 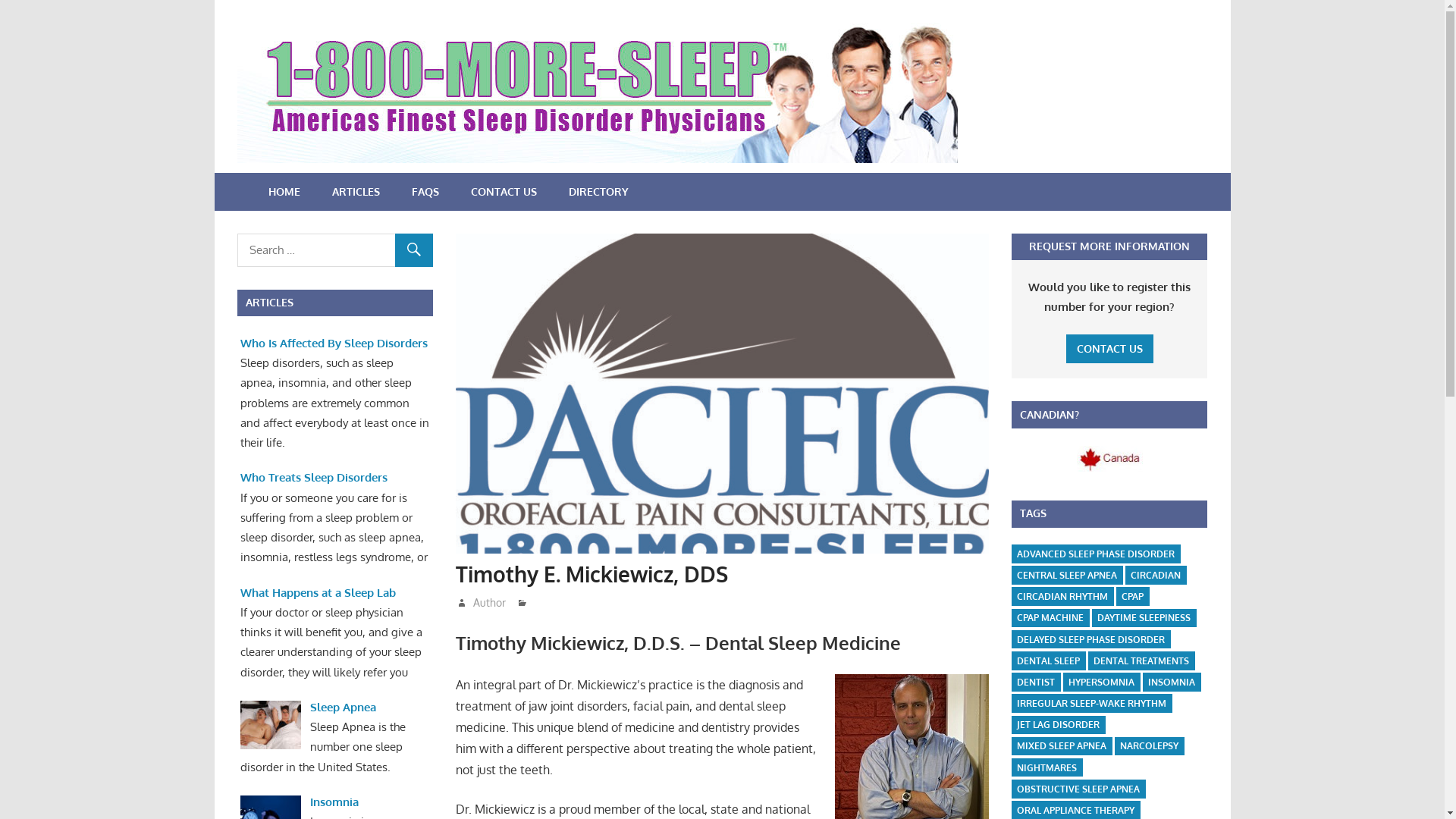 What do you see at coordinates (354, 191) in the screenshot?
I see `'ARTICLES'` at bounding box center [354, 191].